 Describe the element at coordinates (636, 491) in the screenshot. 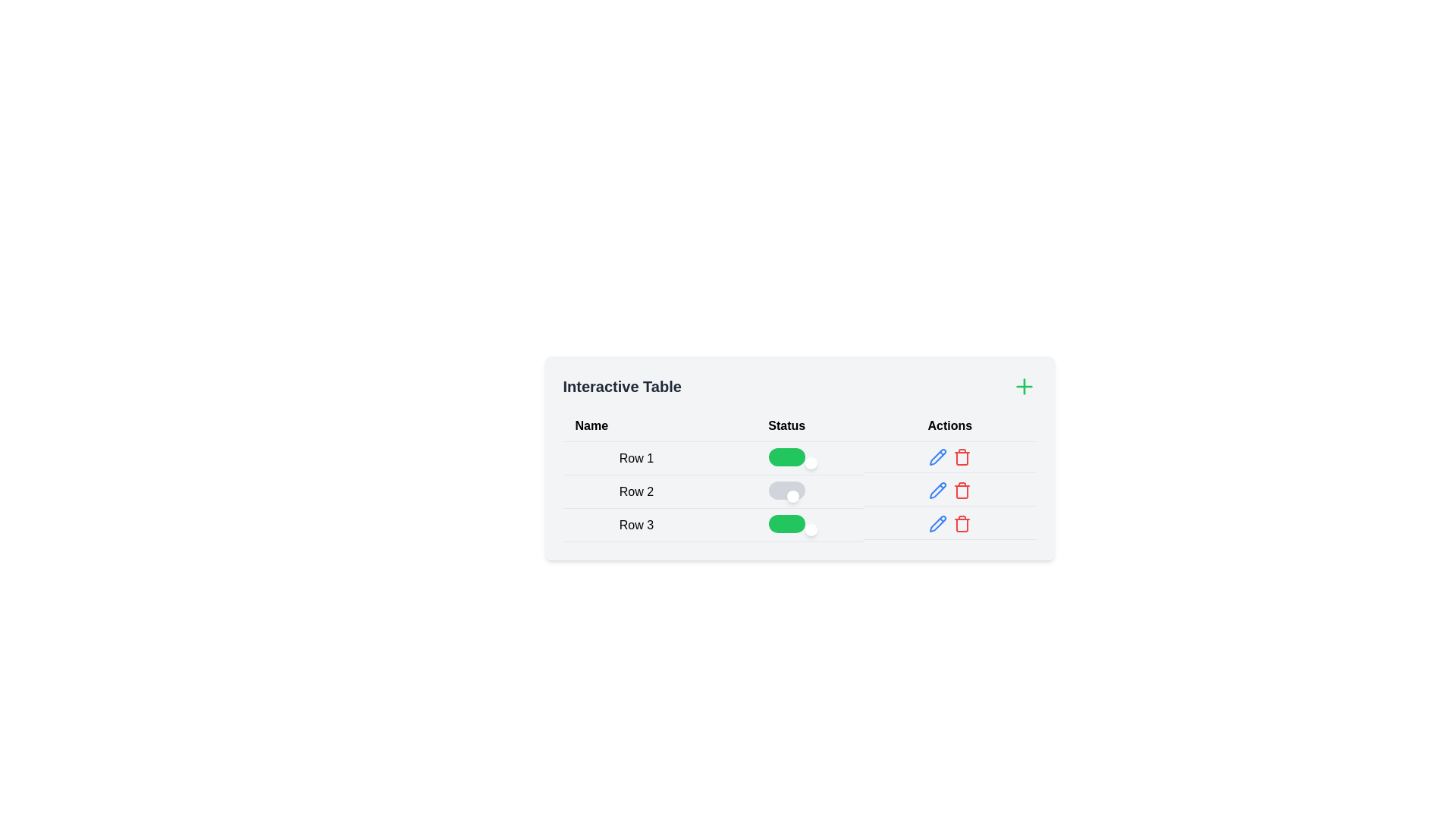

I see `the text label displaying 'Row 2' which is located in the leftmost column of the second row of the table` at that location.